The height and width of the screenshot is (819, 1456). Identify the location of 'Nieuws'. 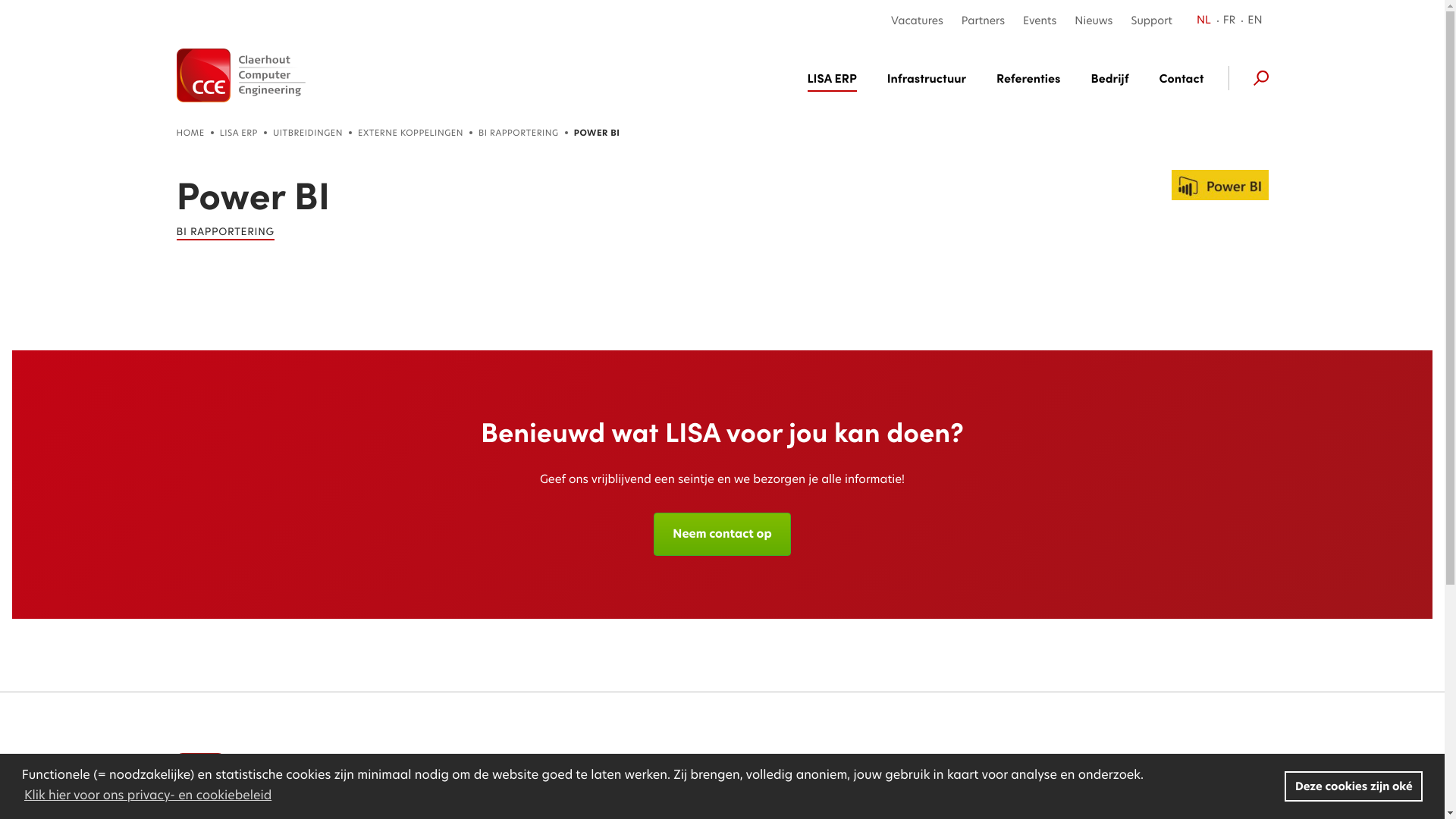
(1093, 20).